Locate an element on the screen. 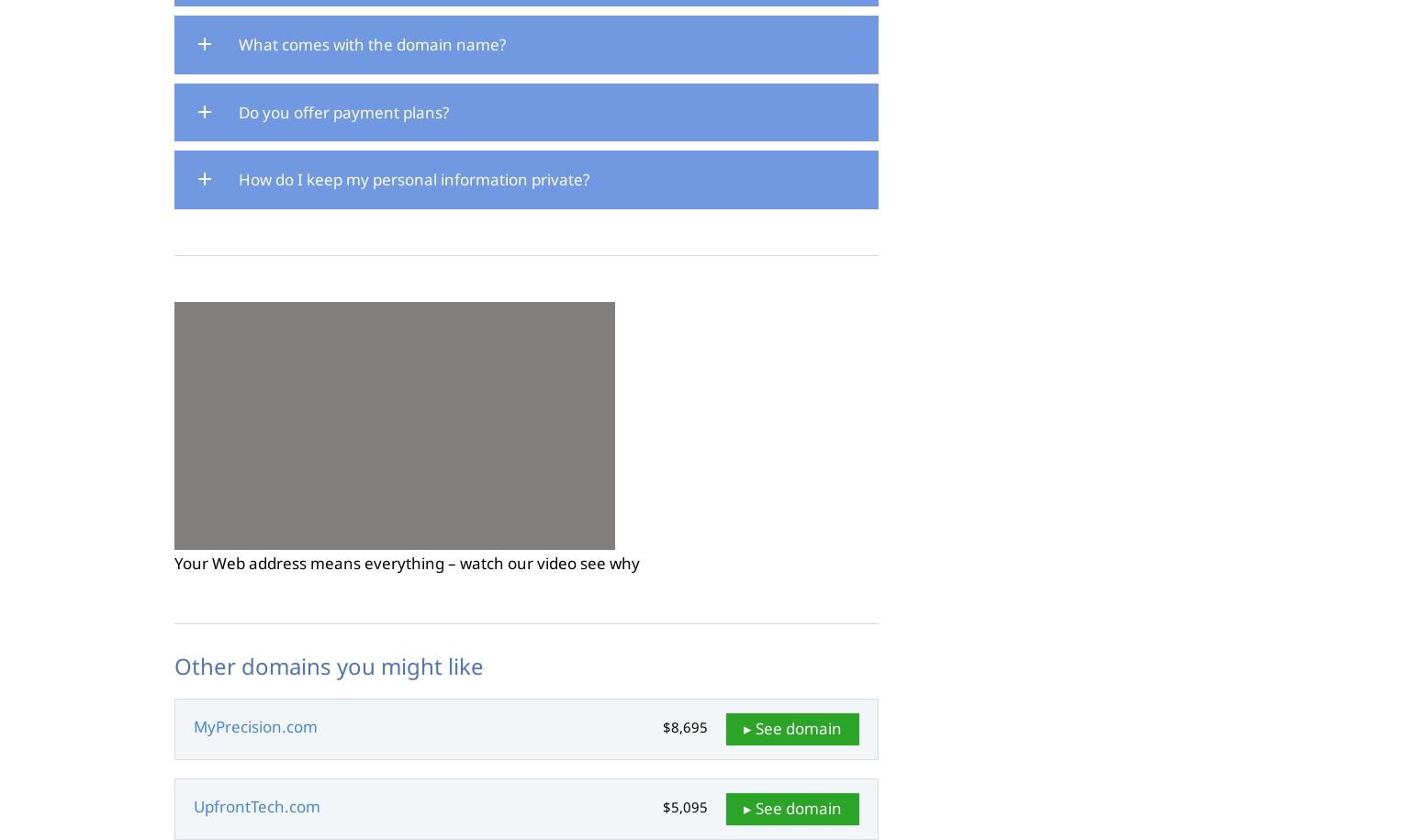  'Other domains you might like' is located at coordinates (174, 665).